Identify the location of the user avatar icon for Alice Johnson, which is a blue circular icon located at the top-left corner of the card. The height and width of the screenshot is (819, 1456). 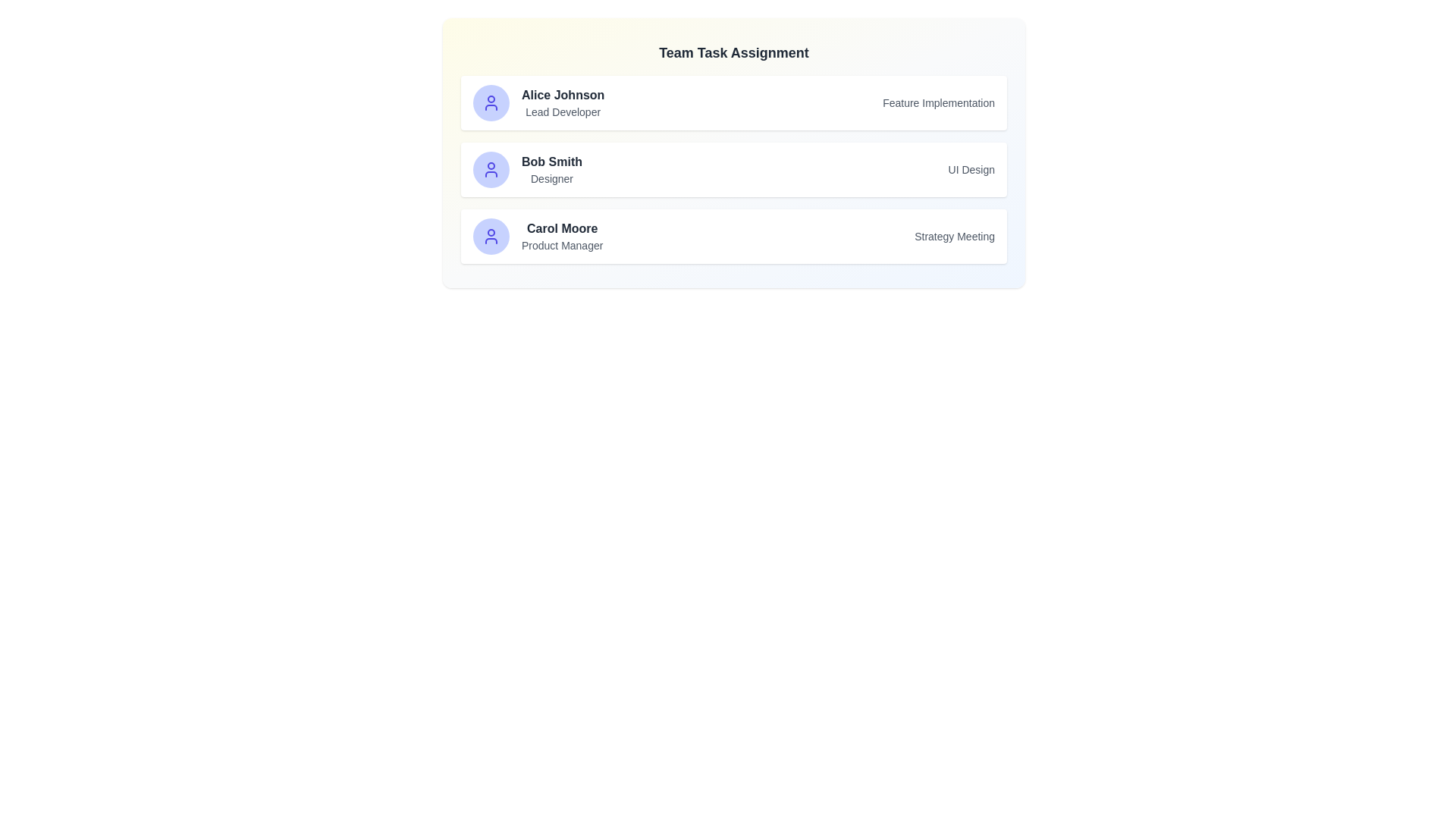
(491, 102).